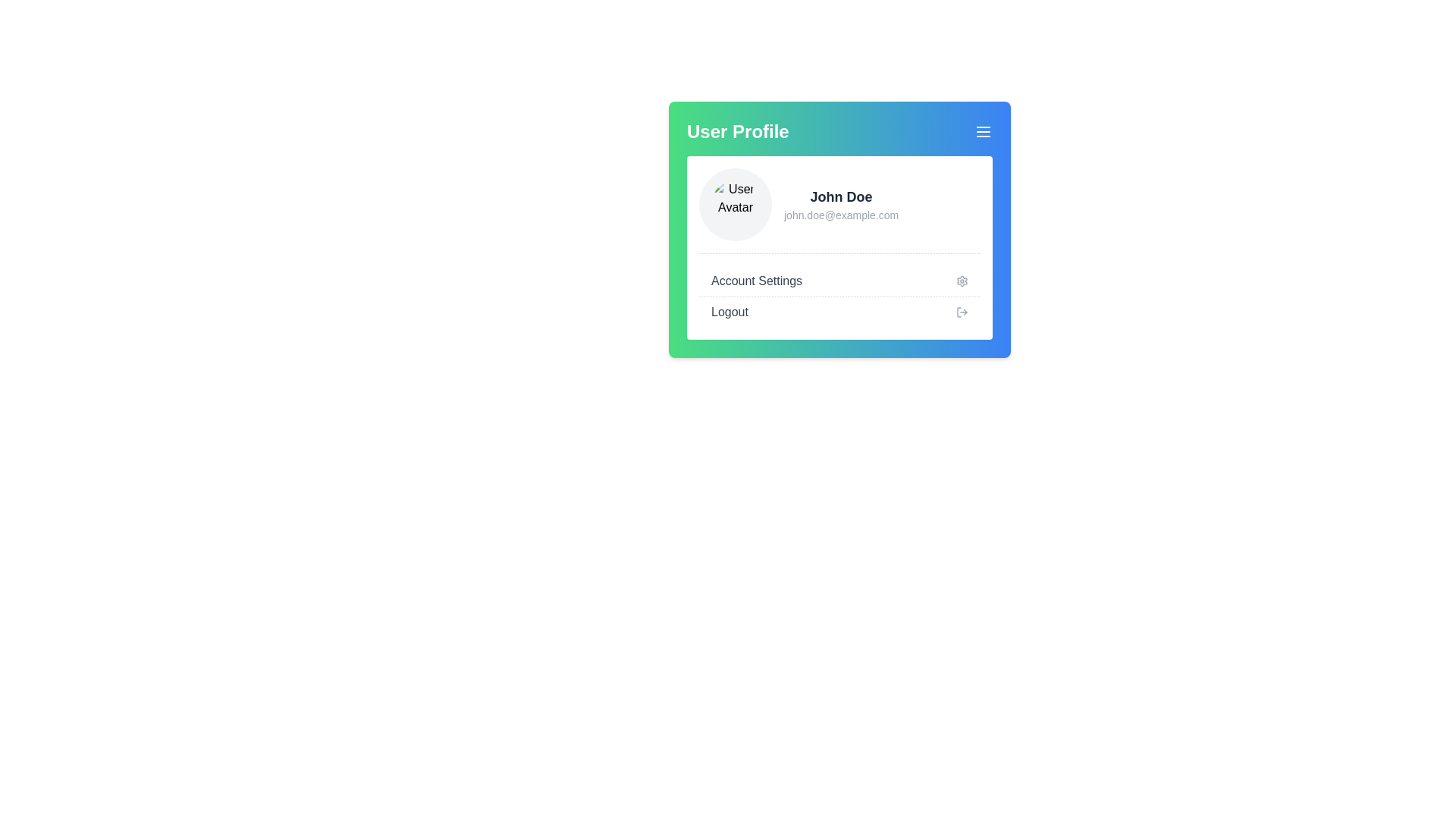 The height and width of the screenshot is (819, 1456). I want to click on text label 'Logout' located in the user profile dropdown menu, styled in gray and positioned below 'Account Settings', so click(730, 312).